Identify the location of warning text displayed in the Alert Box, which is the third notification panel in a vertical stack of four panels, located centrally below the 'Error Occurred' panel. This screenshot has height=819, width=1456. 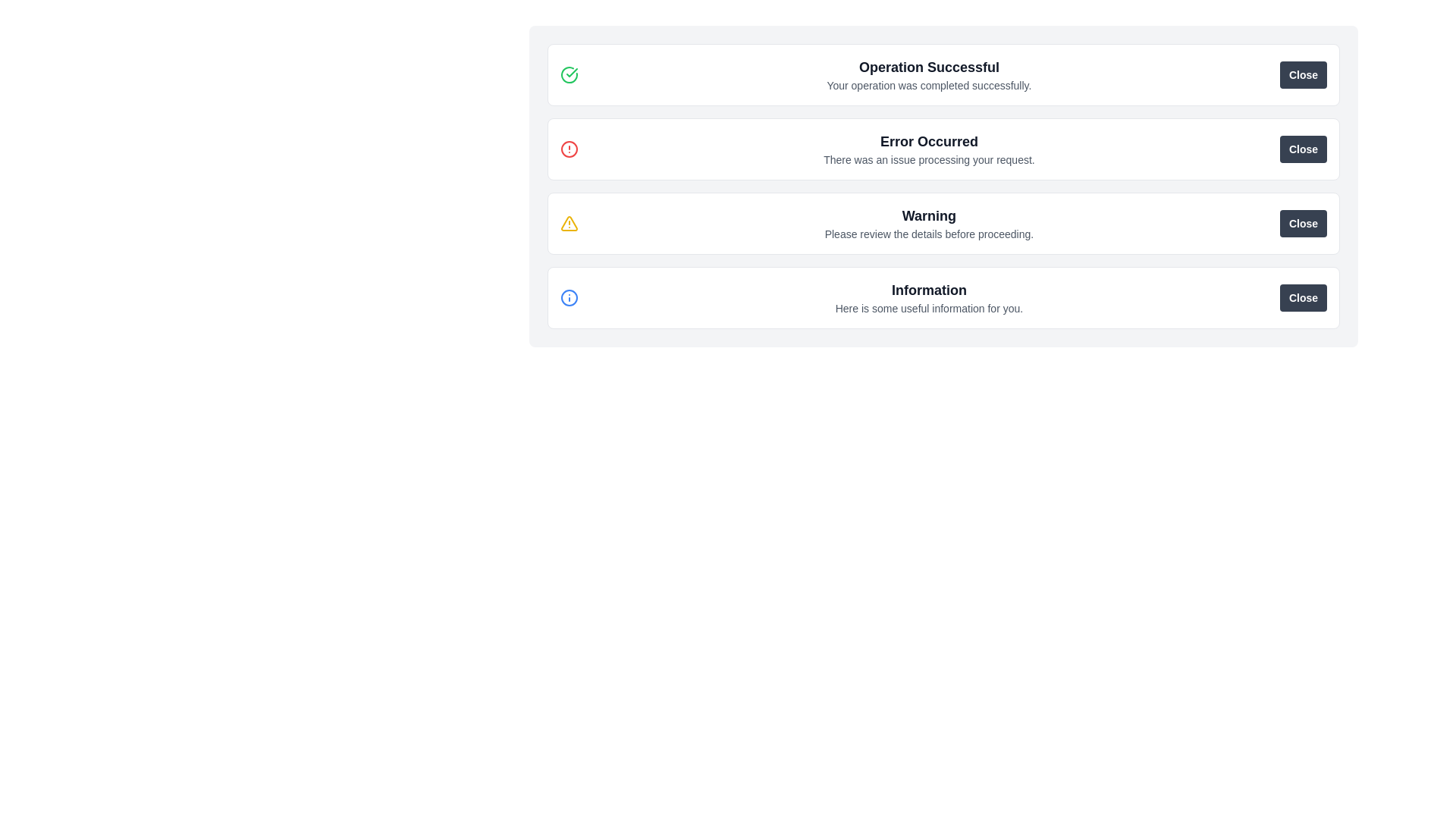
(943, 223).